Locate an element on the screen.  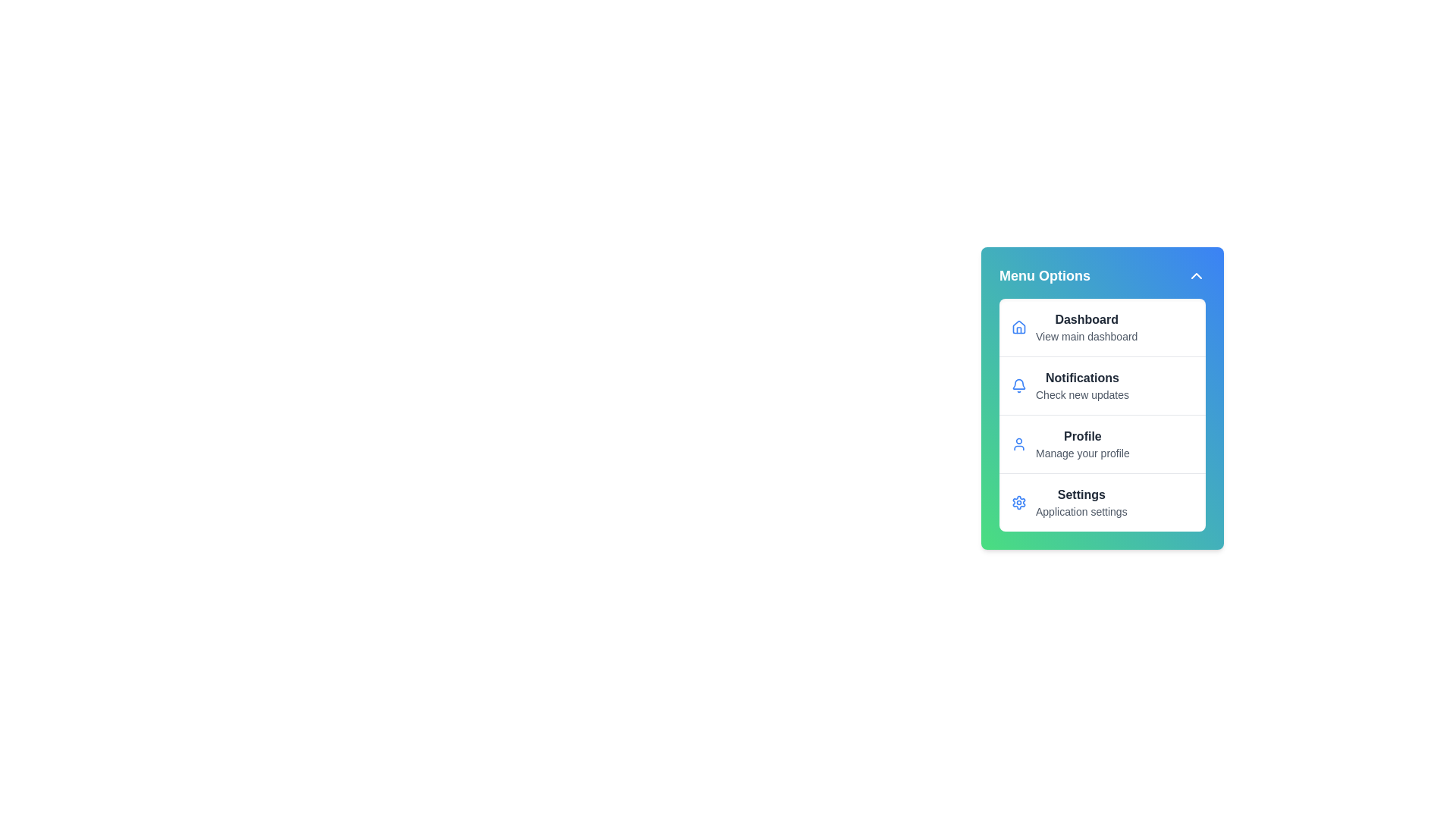
the chevron icon to toggle the menu is located at coordinates (1196, 275).